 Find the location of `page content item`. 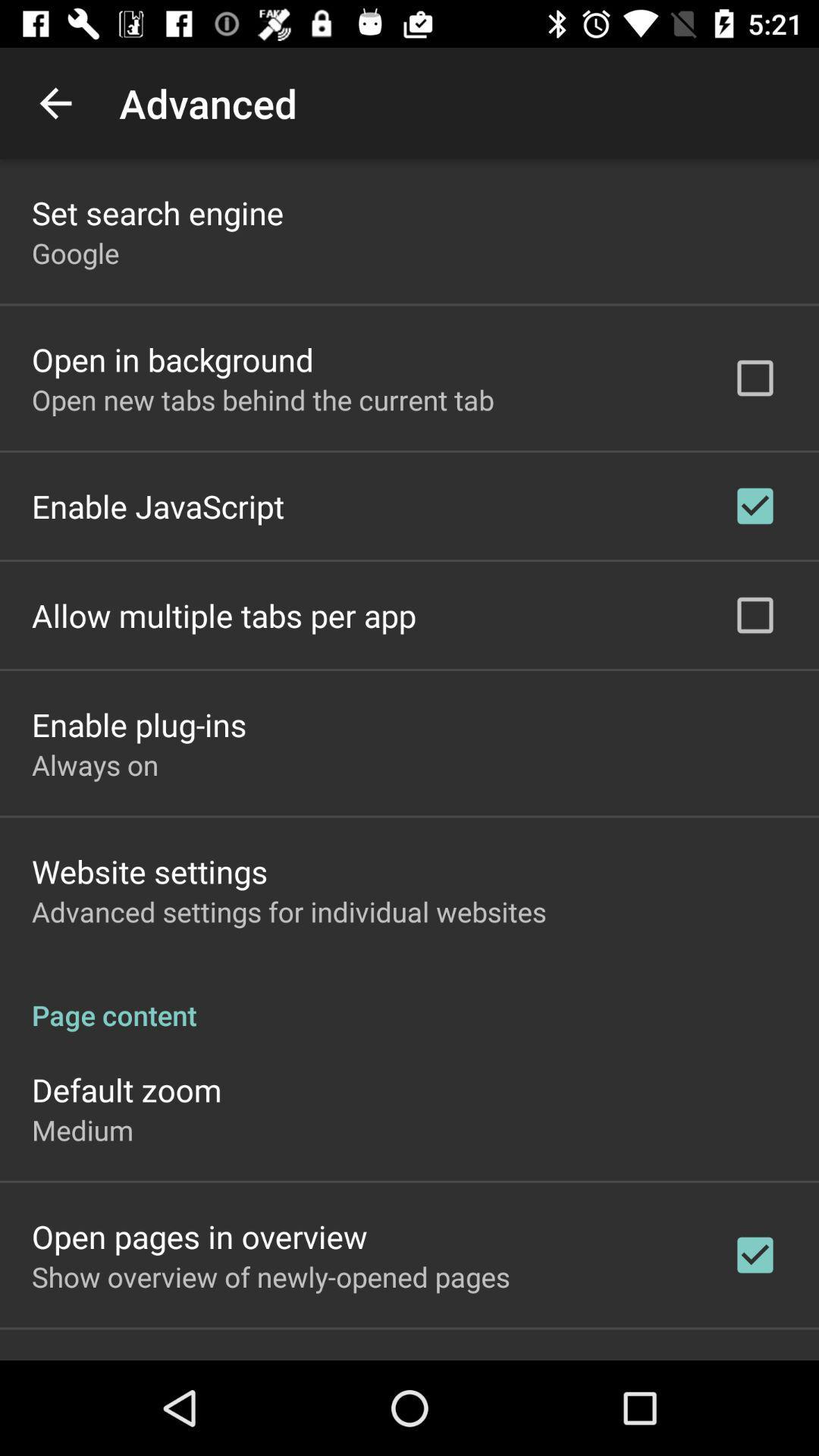

page content item is located at coordinates (409, 999).